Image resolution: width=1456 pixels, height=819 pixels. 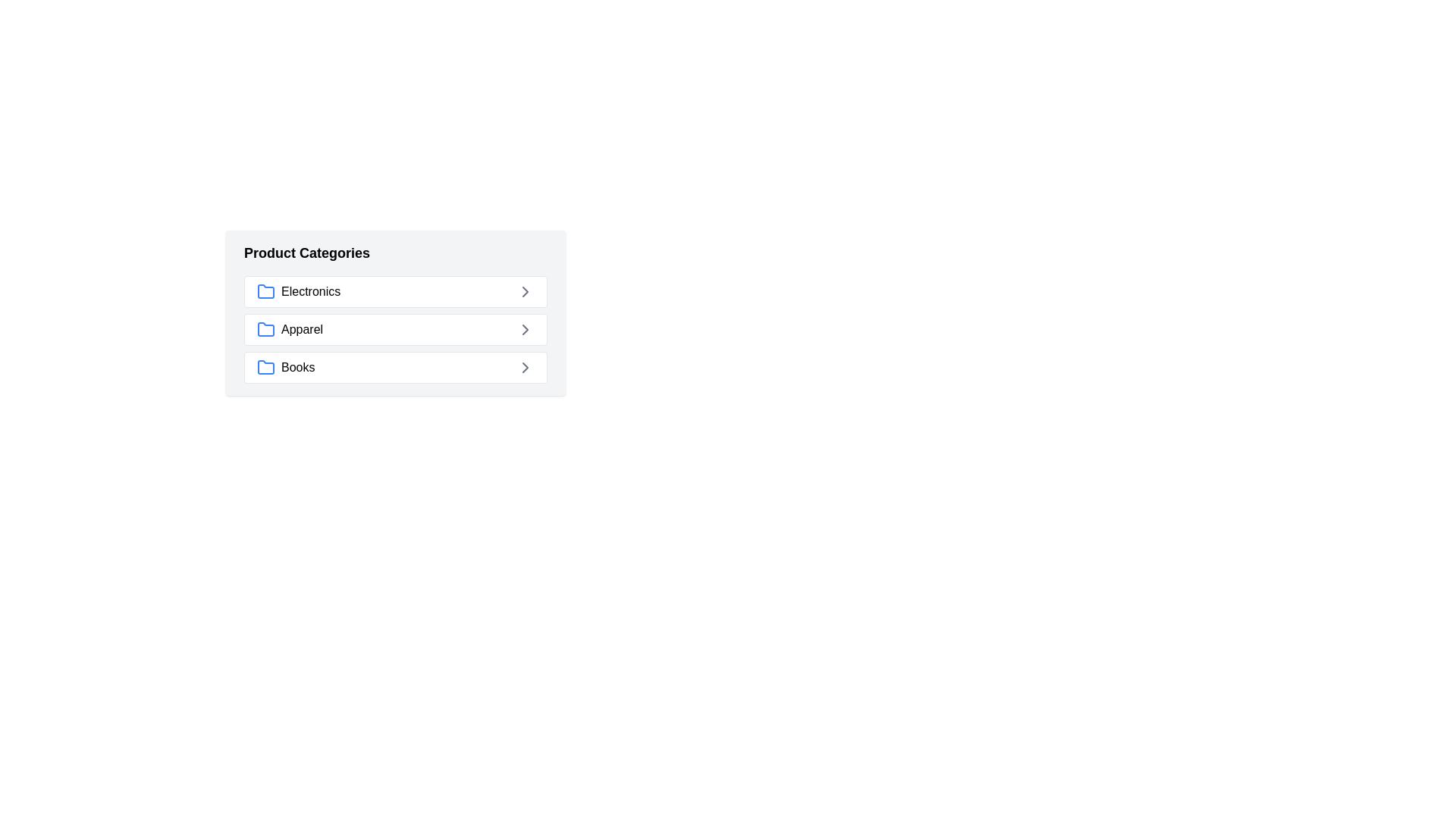 I want to click on the blue folder icon on the left of the 'Books' label in the selectable list item, so click(x=286, y=368).